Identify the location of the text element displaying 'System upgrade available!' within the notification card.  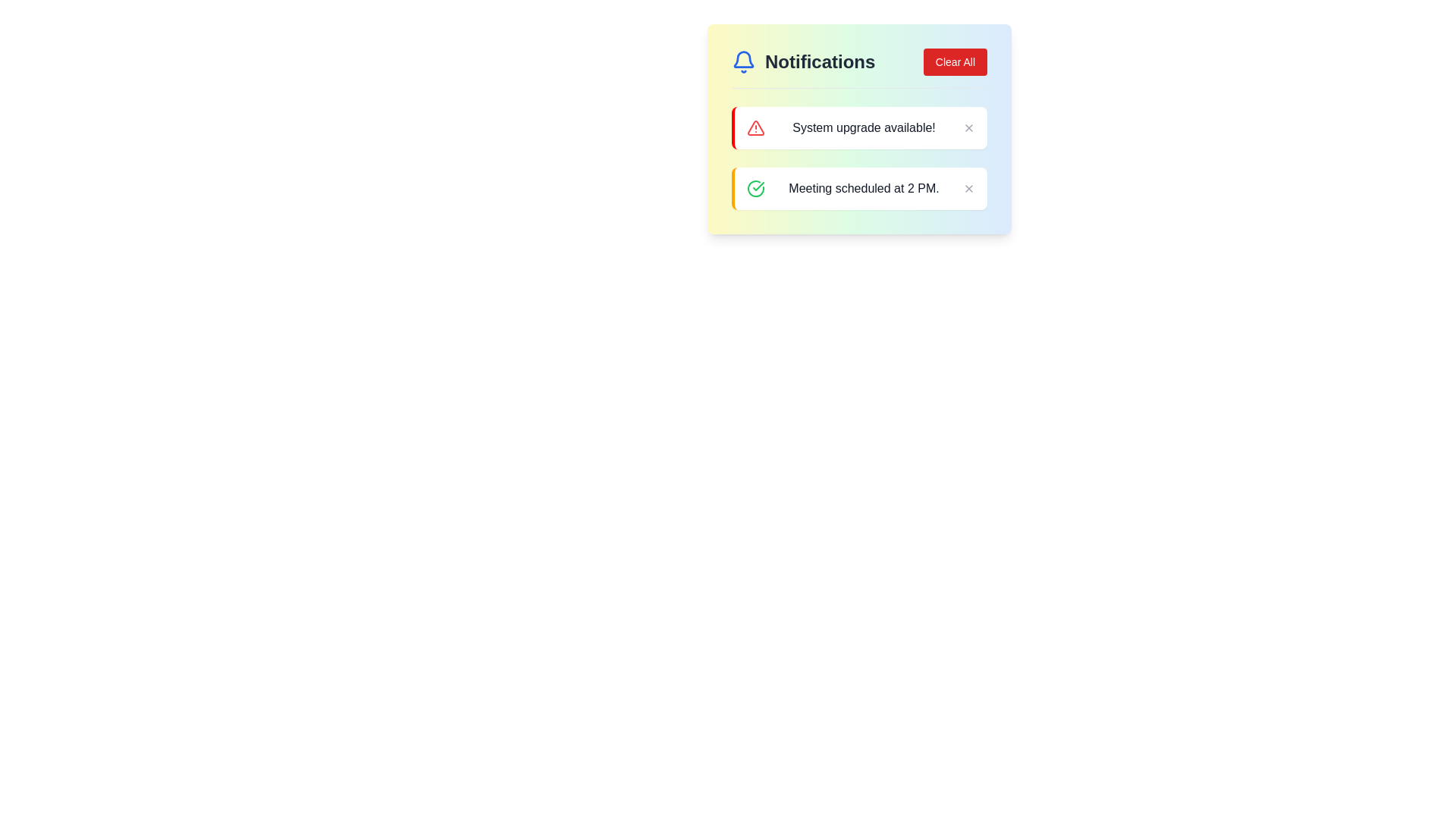
(864, 127).